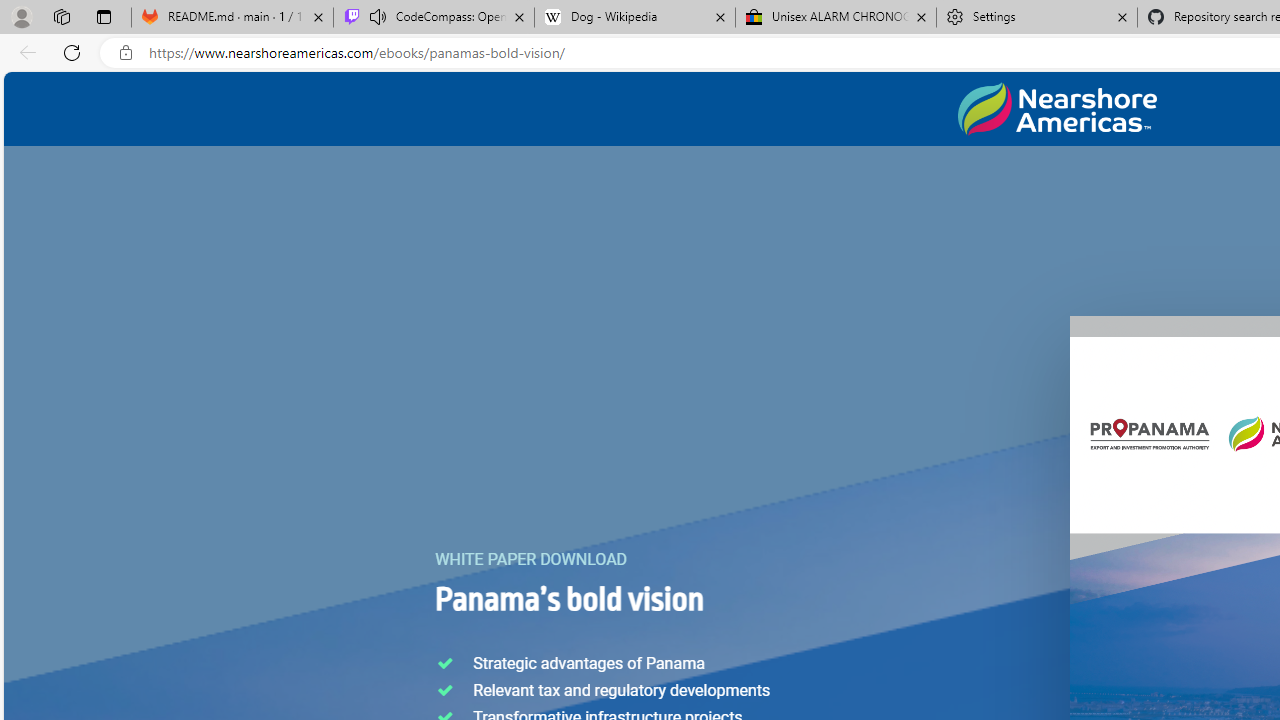 This screenshot has width=1280, height=720. I want to click on 'Refresh', so click(72, 51).